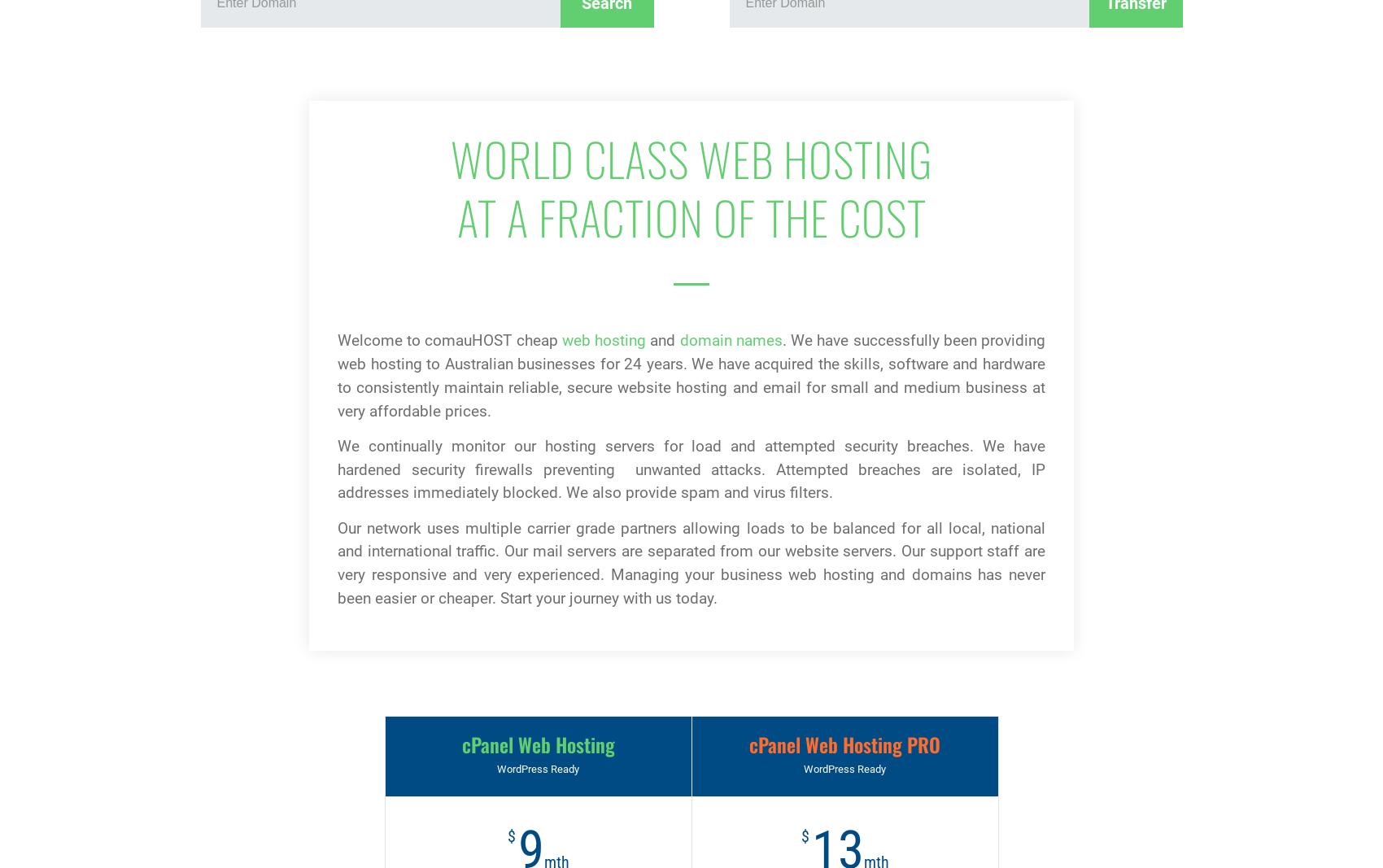 This screenshot has width=1383, height=868. What do you see at coordinates (749, 744) in the screenshot?
I see `'cPanel Web Hosting PRO'` at bounding box center [749, 744].